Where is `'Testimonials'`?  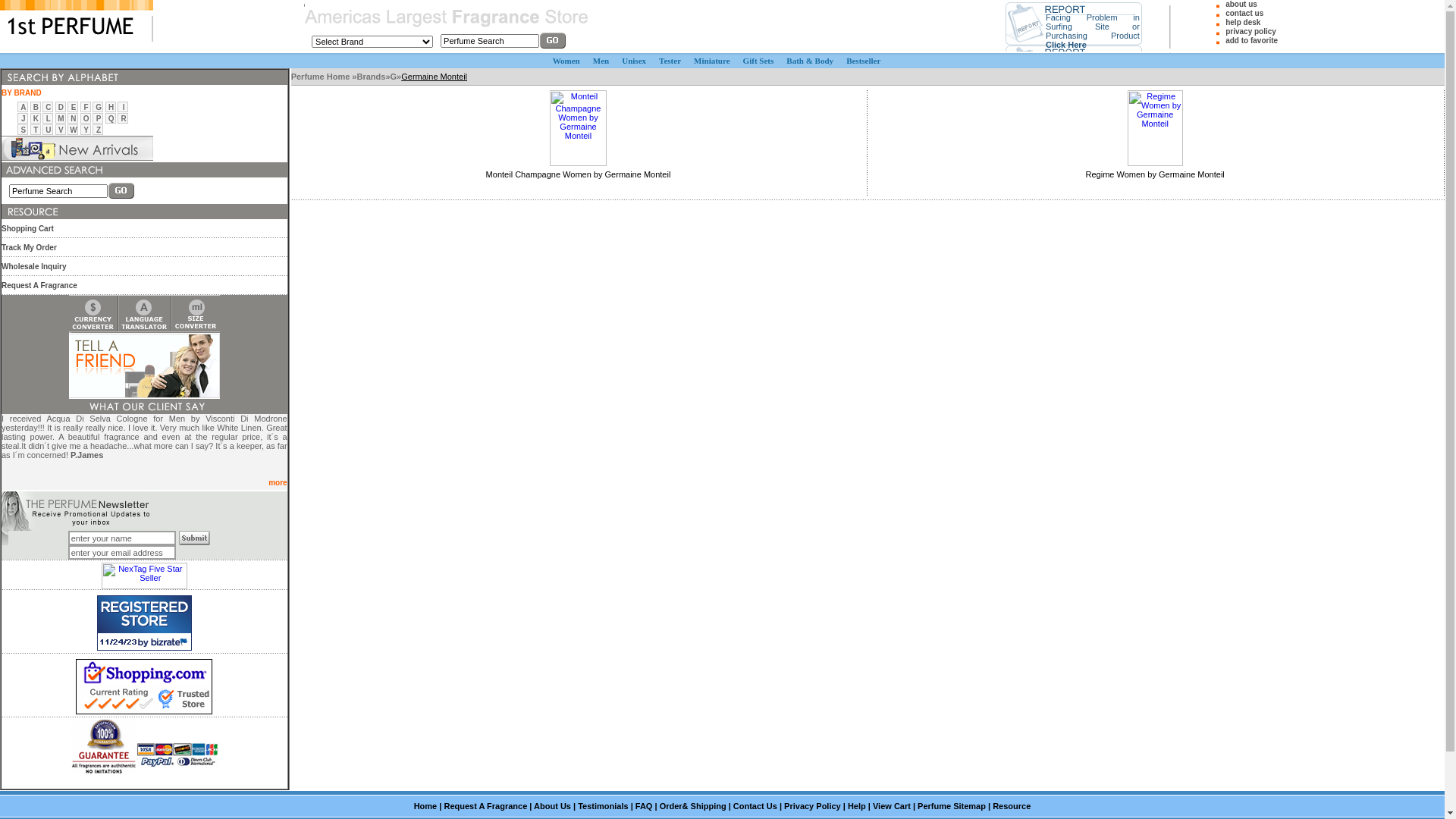 'Testimonials' is located at coordinates (577, 805).